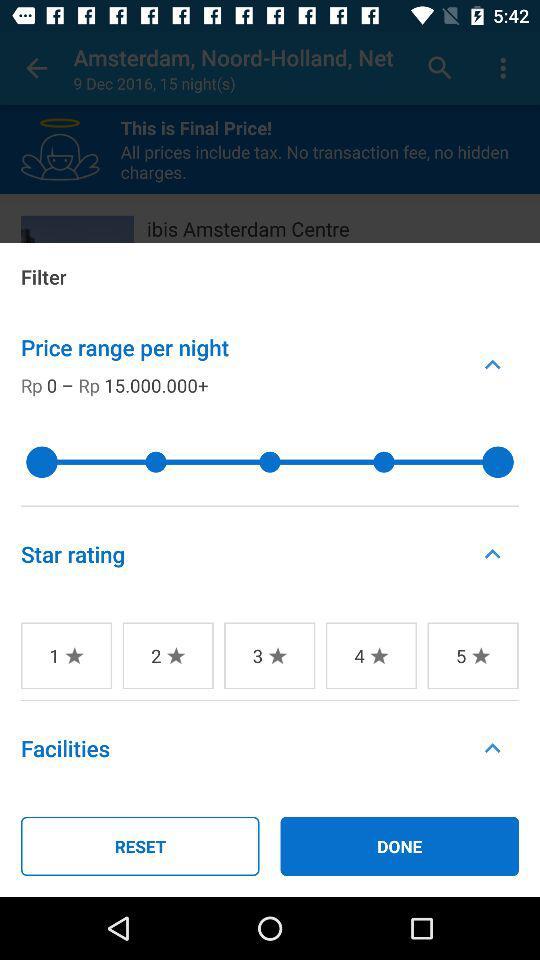  I want to click on the item next to the reset, so click(399, 845).